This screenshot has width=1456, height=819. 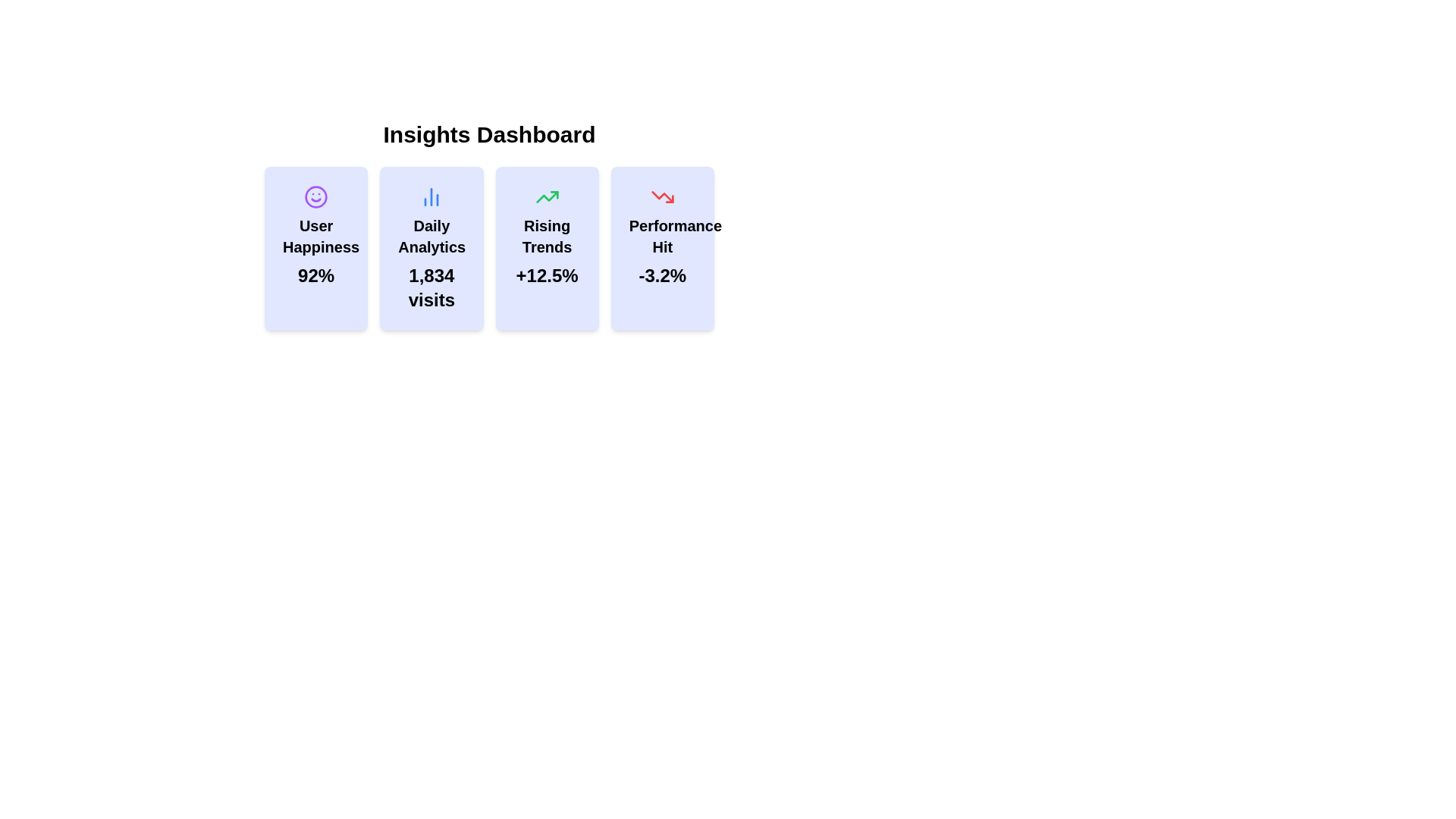 I want to click on the 'Daily Analytics' icon which symbolizes data analysis, located at the top of the 'Daily Analytics' card, so click(x=431, y=196).